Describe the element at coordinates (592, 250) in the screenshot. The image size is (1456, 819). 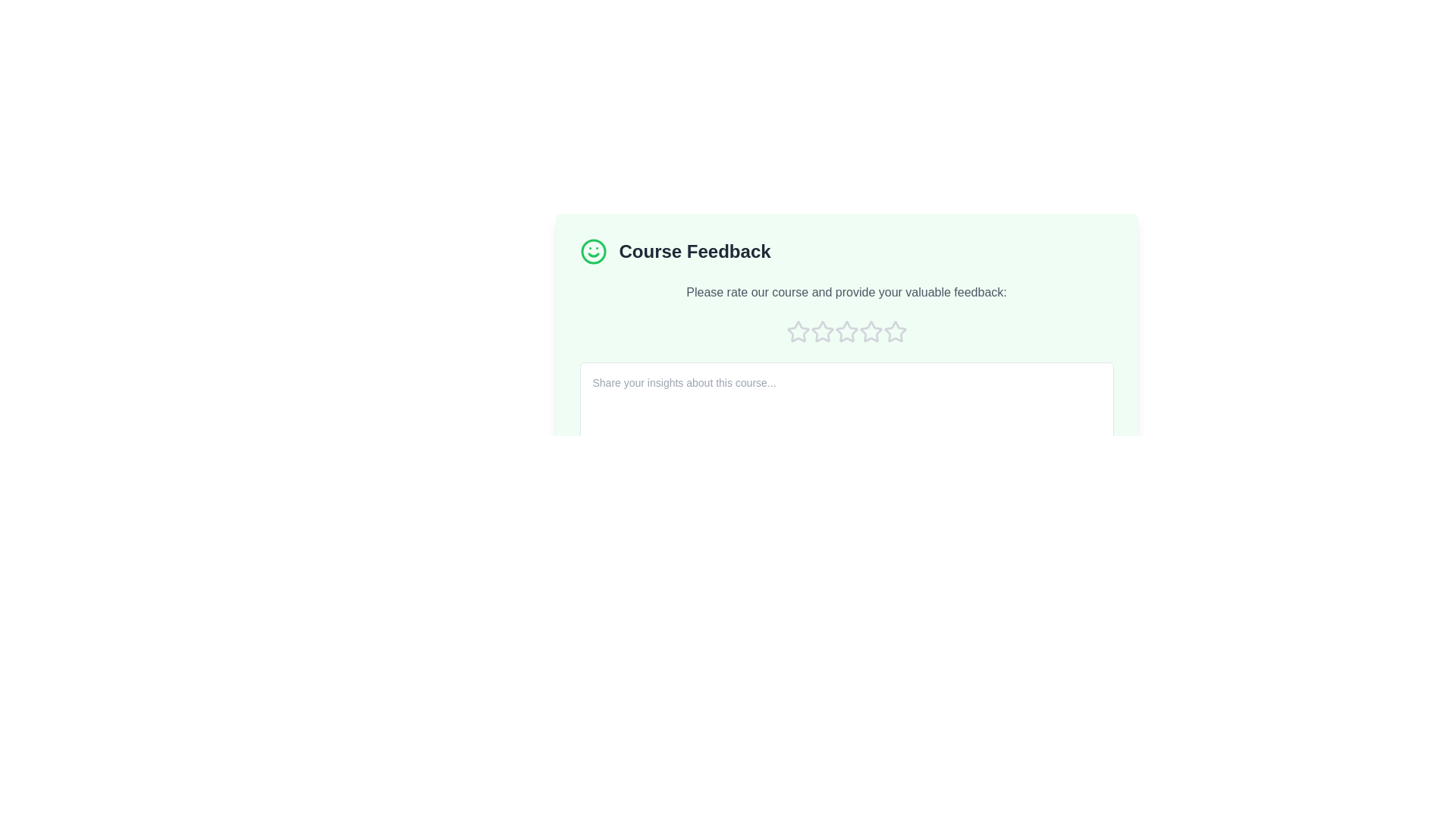
I see `the decorative circular part of the smiley face icon, which is located to the left of the 'Course Feedback' text at the top of the interface` at that location.